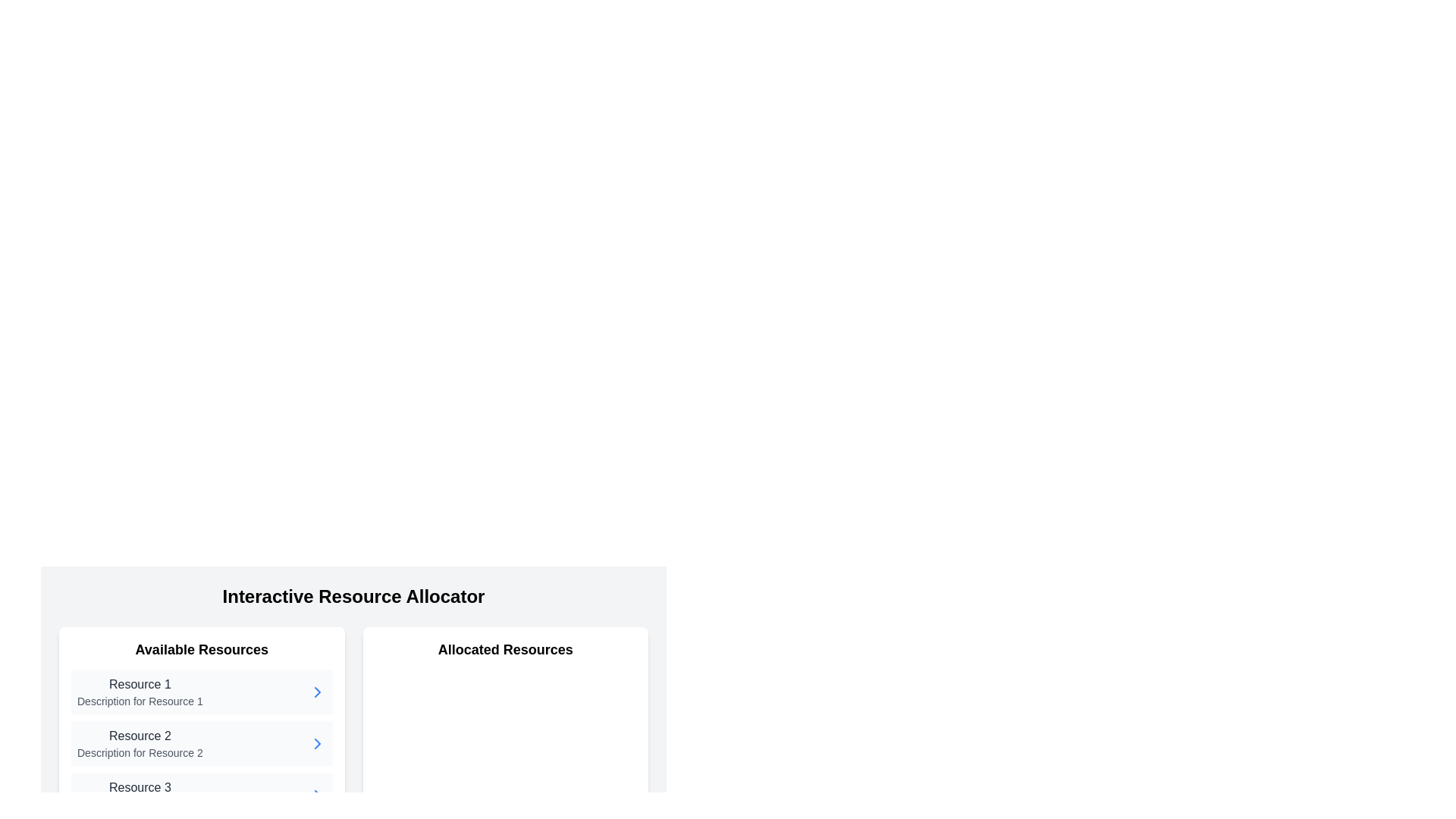  What do you see at coordinates (316, 742) in the screenshot?
I see `the rightward chevron arrow icon in the 'Resource 2' row of the 'Available Resources' section` at bounding box center [316, 742].